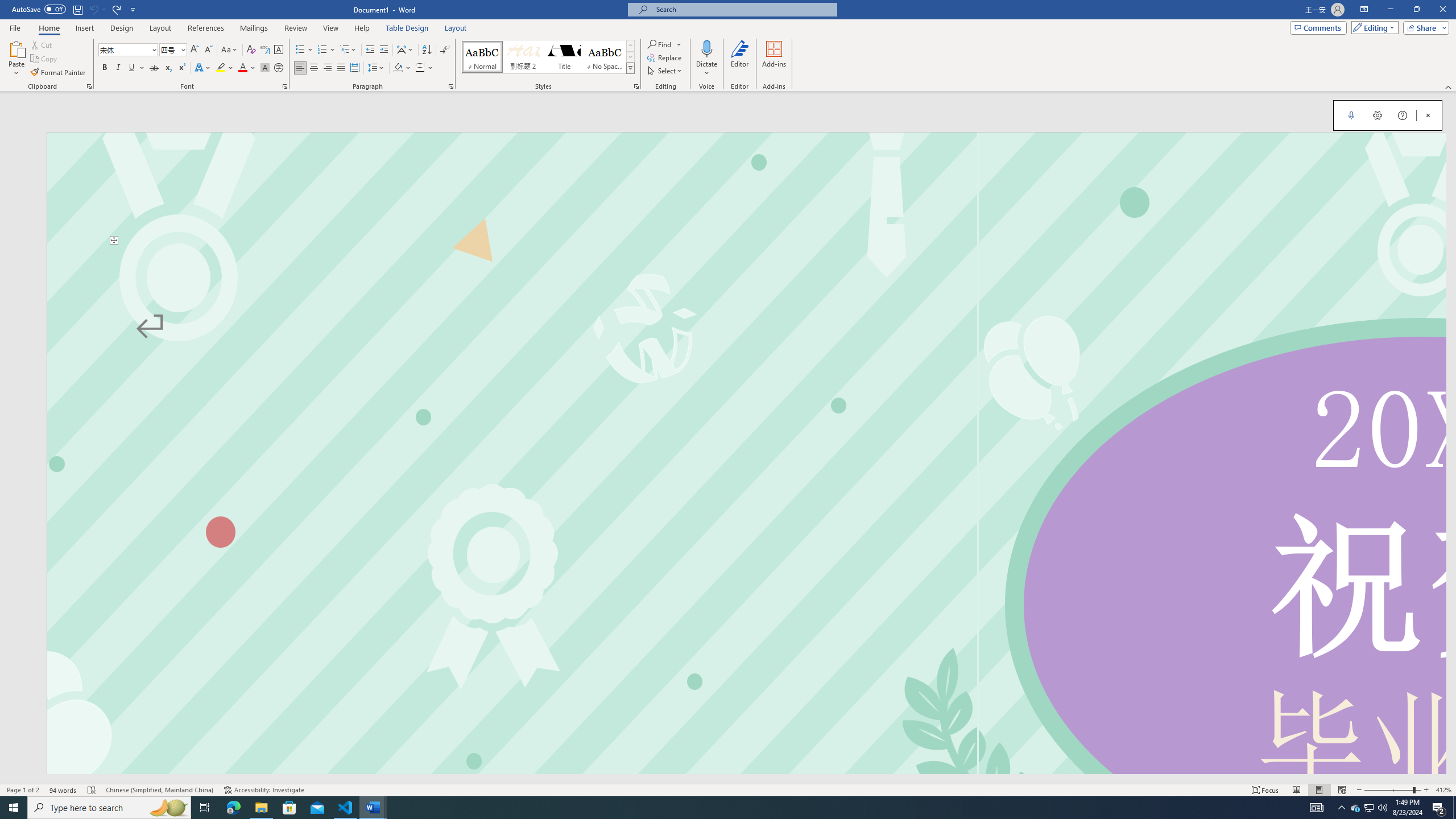 The height and width of the screenshot is (819, 1456). What do you see at coordinates (326, 49) in the screenshot?
I see `'Numbering'` at bounding box center [326, 49].